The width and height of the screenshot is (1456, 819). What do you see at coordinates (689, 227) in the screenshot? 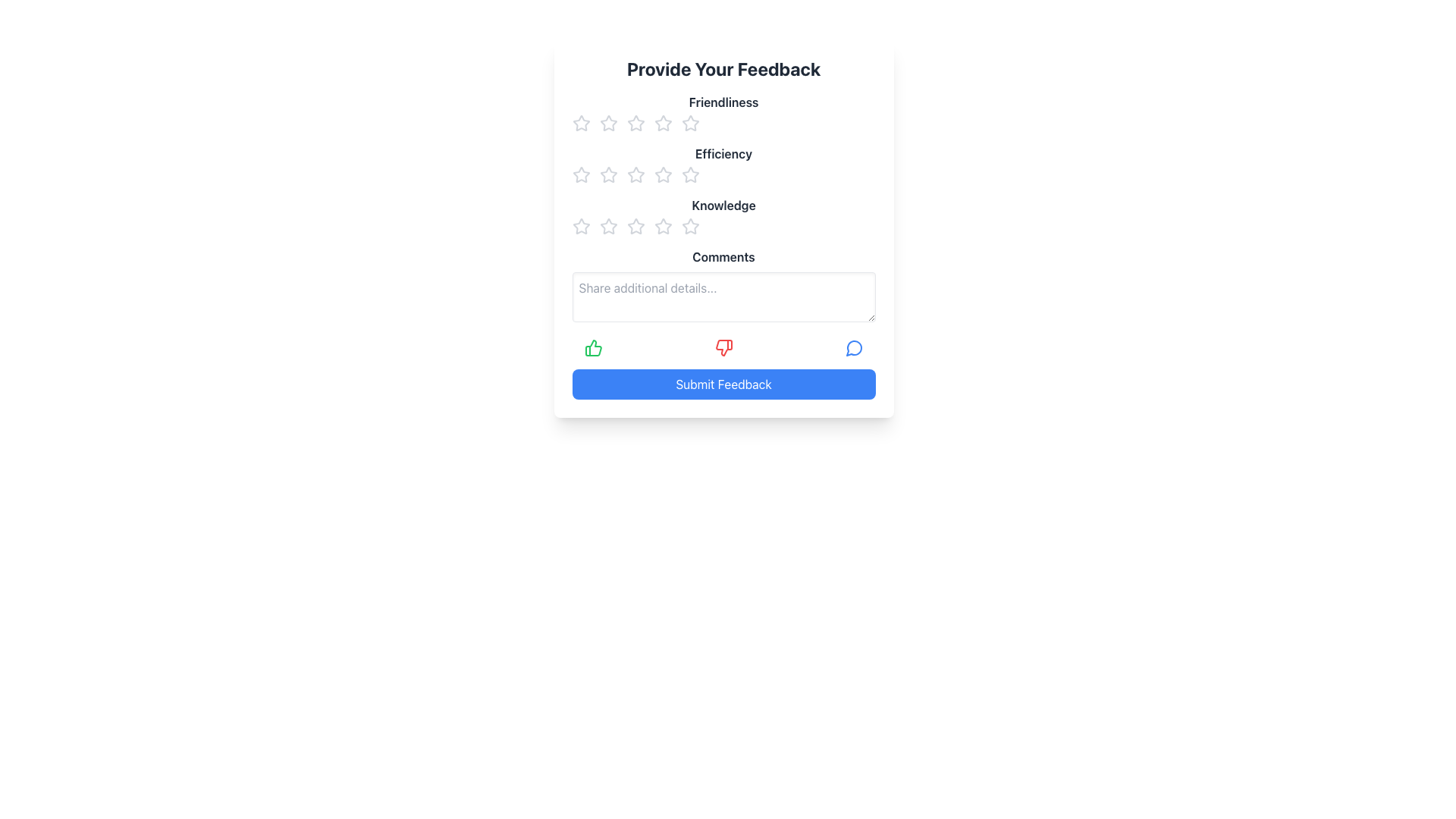
I see `Rating Star located in the third row under the 'Knowledge' label, specifically the fourth star in a horizontal group of five stars` at bounding box center [689, 227].